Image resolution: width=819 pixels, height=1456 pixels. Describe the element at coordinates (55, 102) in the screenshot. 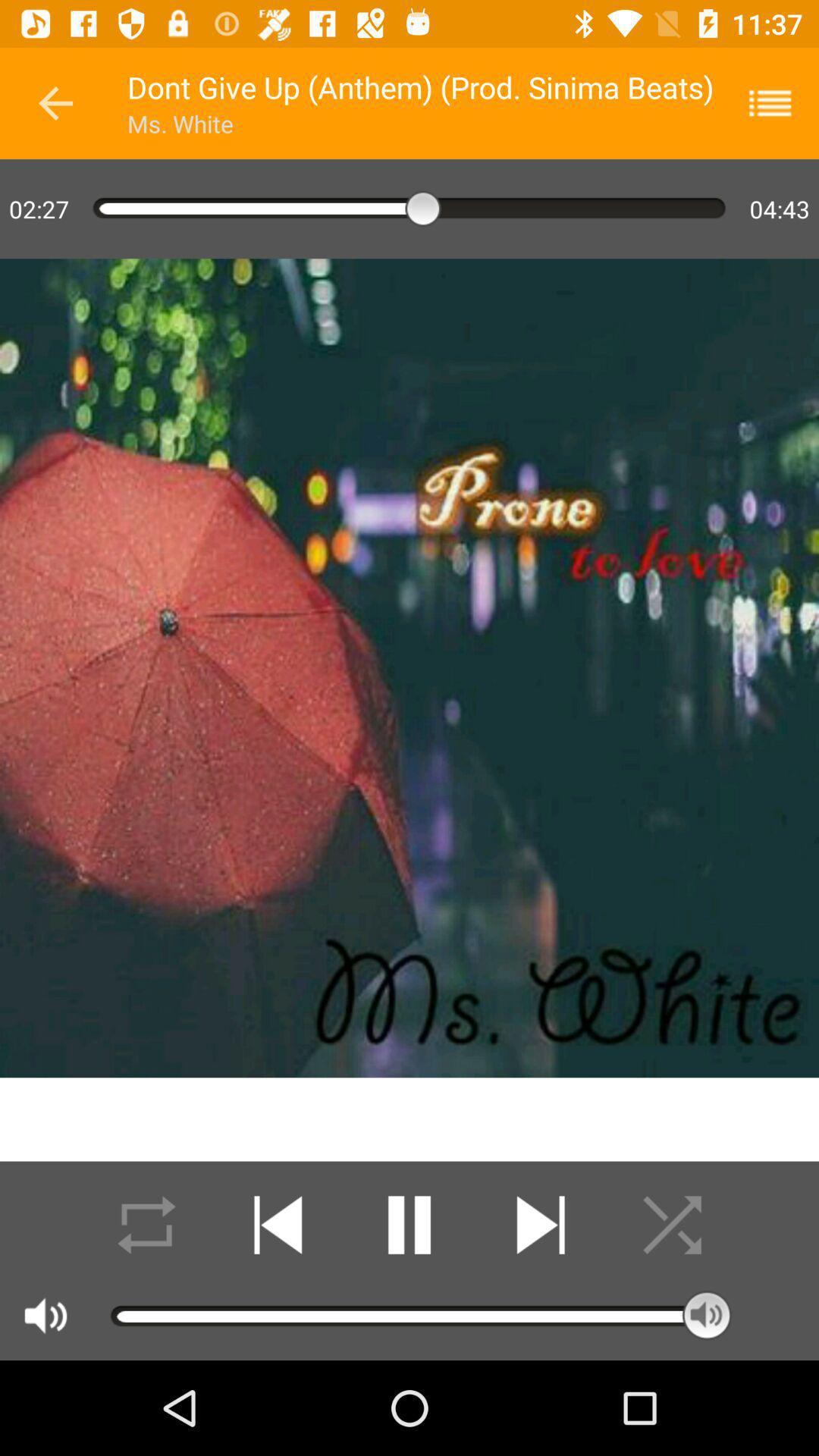

I see `go back` at that location.